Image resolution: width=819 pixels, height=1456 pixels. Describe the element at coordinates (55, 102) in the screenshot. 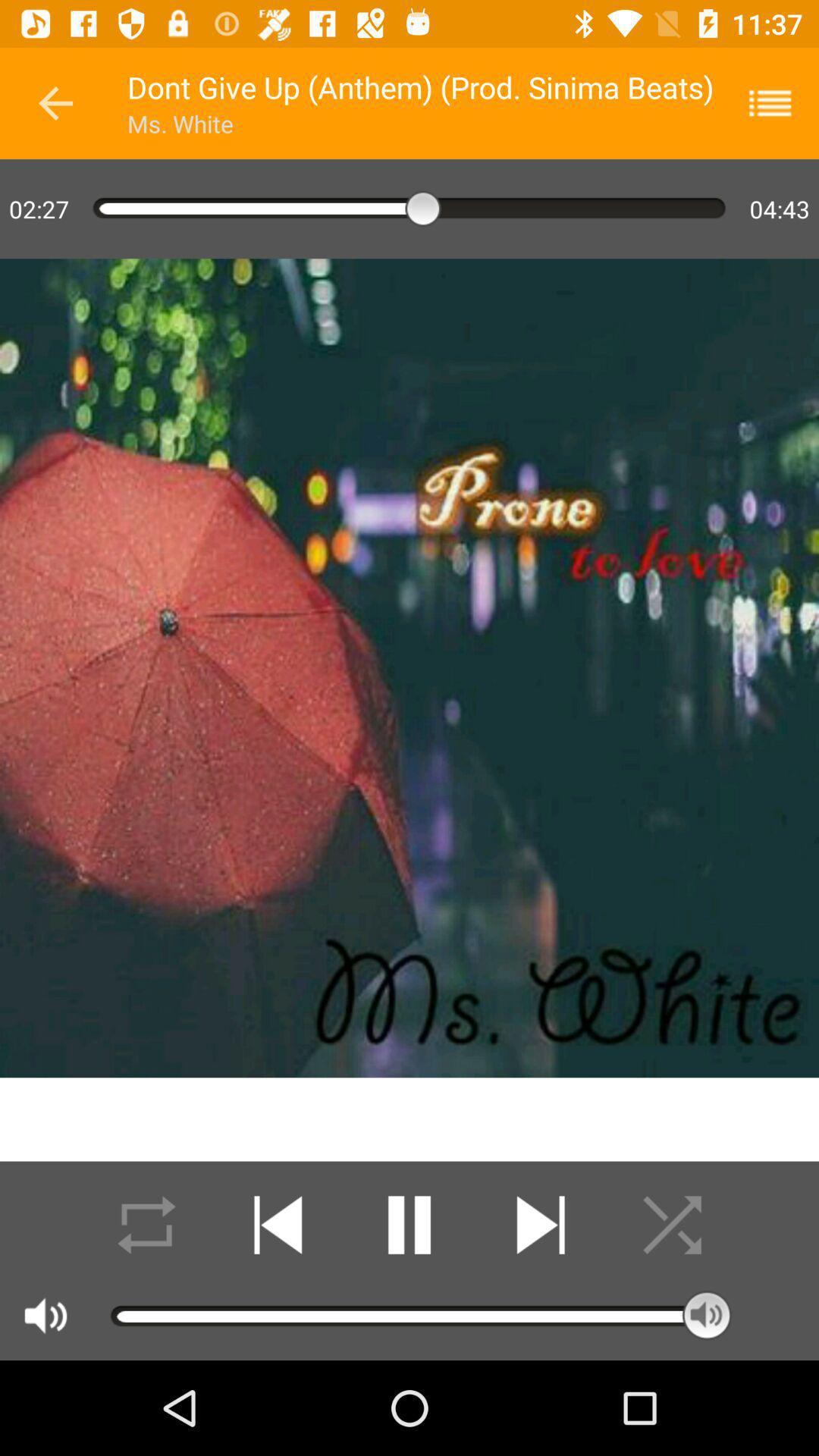

I see `go back` at that location.